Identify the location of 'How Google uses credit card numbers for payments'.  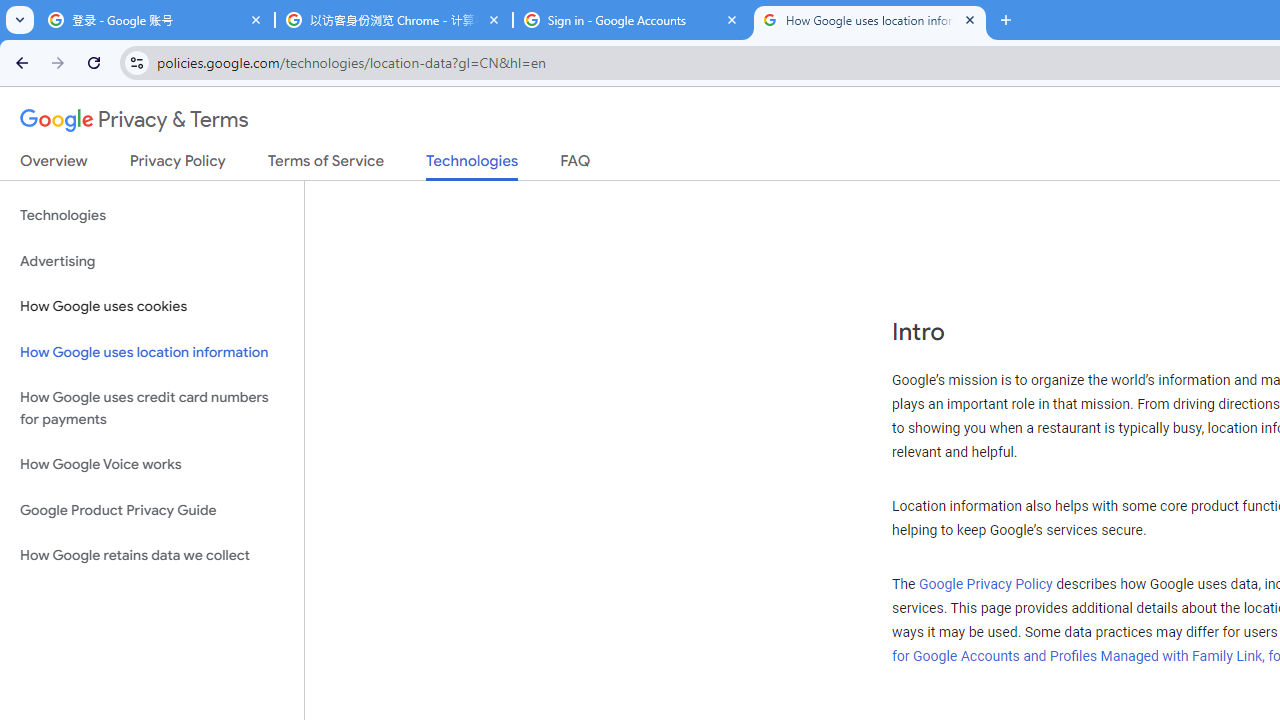
(151, 407).